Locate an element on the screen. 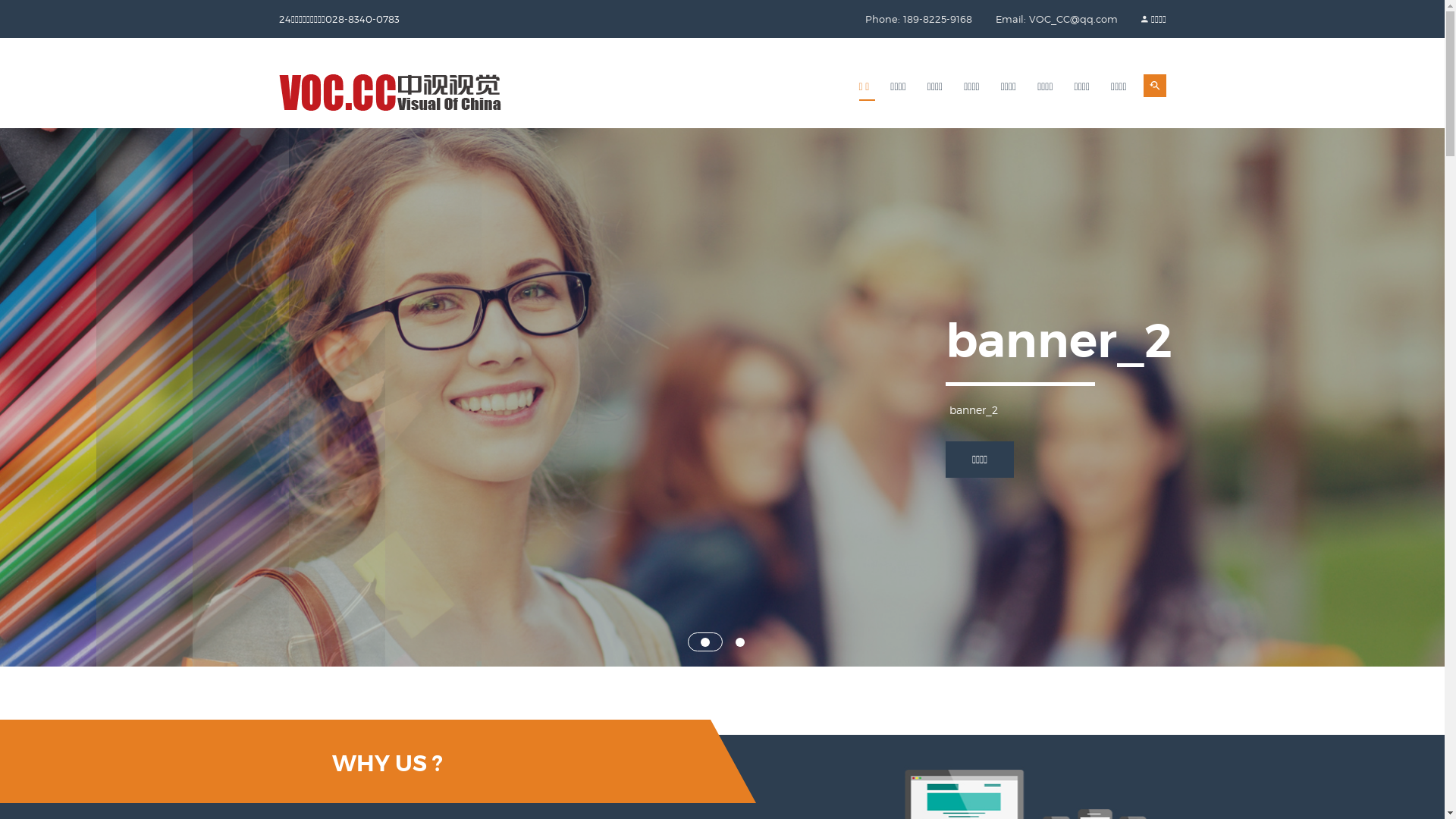  '1' is located at coordinates (700, 642).